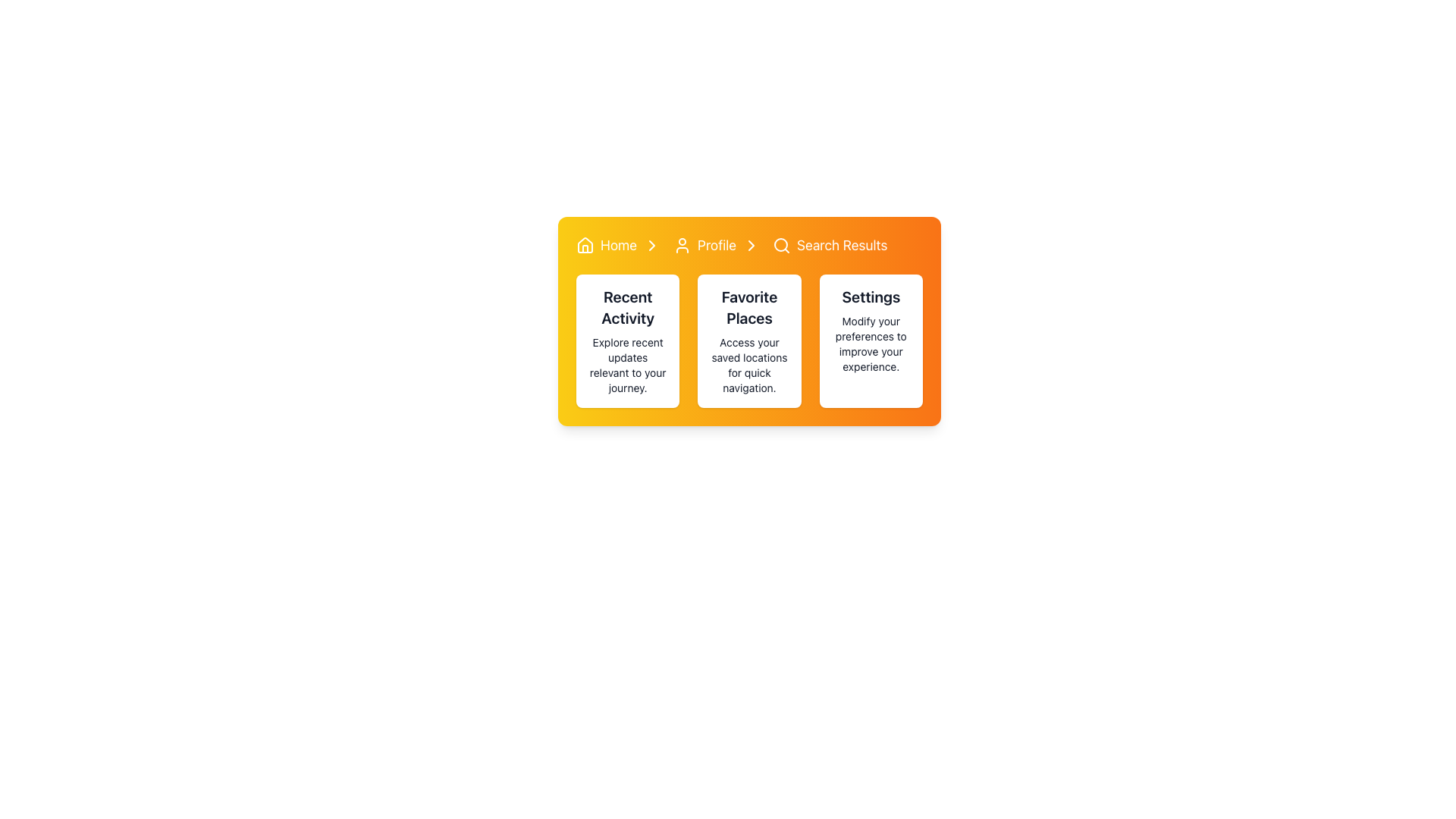 The image size is (1456, 819). Describe the element at coordinates (619, 245) in the screenshot. I see `the 'Home' hyperlink in the navigation bar` at that location.